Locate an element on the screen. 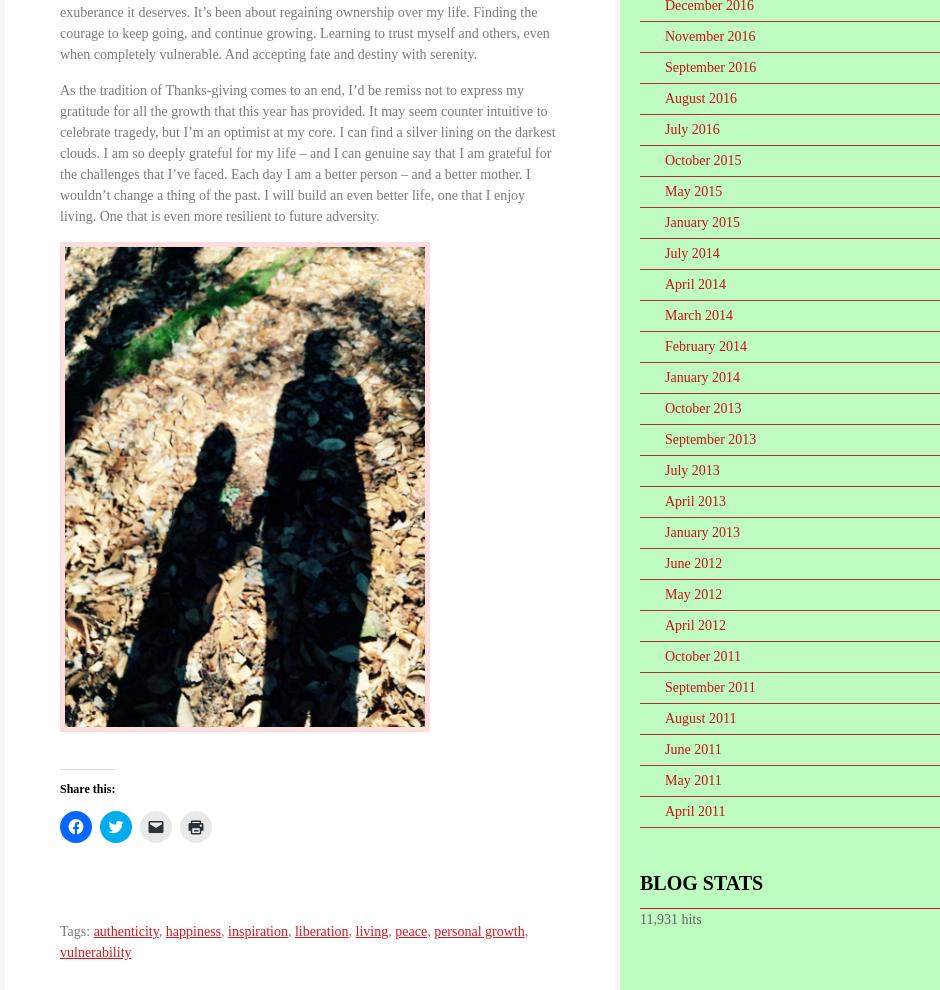 The height and width of the screenshot is (990, 940). 'April 2012' is located at coordinates (664, 624).